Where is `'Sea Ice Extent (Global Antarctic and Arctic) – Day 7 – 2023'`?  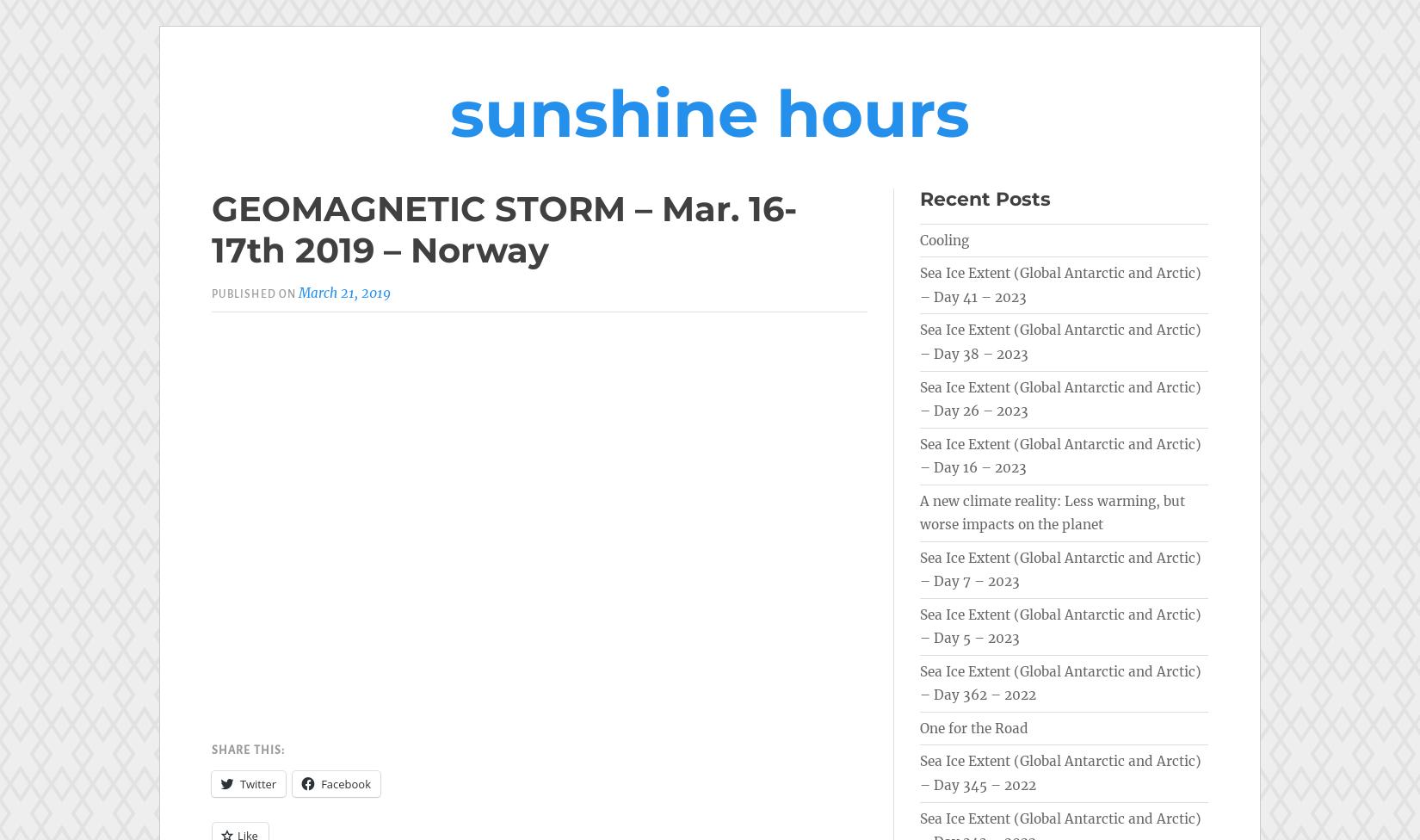
'Sea Ice Extent (Global Antarctic and Arctic) – Day 7 – 2023' is located at coordinates (1060, 568).